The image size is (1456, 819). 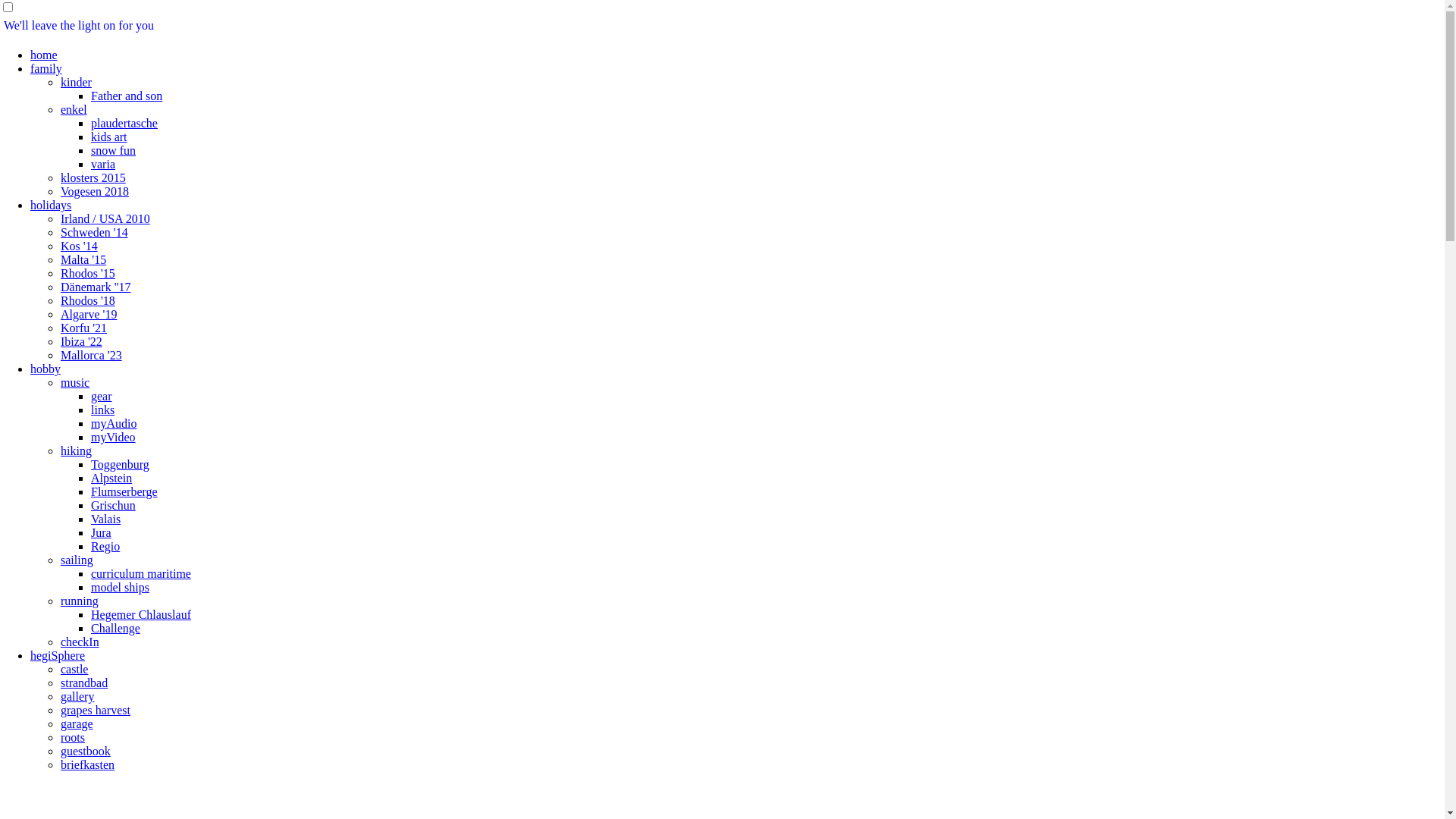 I want to click on 'Challenge', so click(x=90, y=628).